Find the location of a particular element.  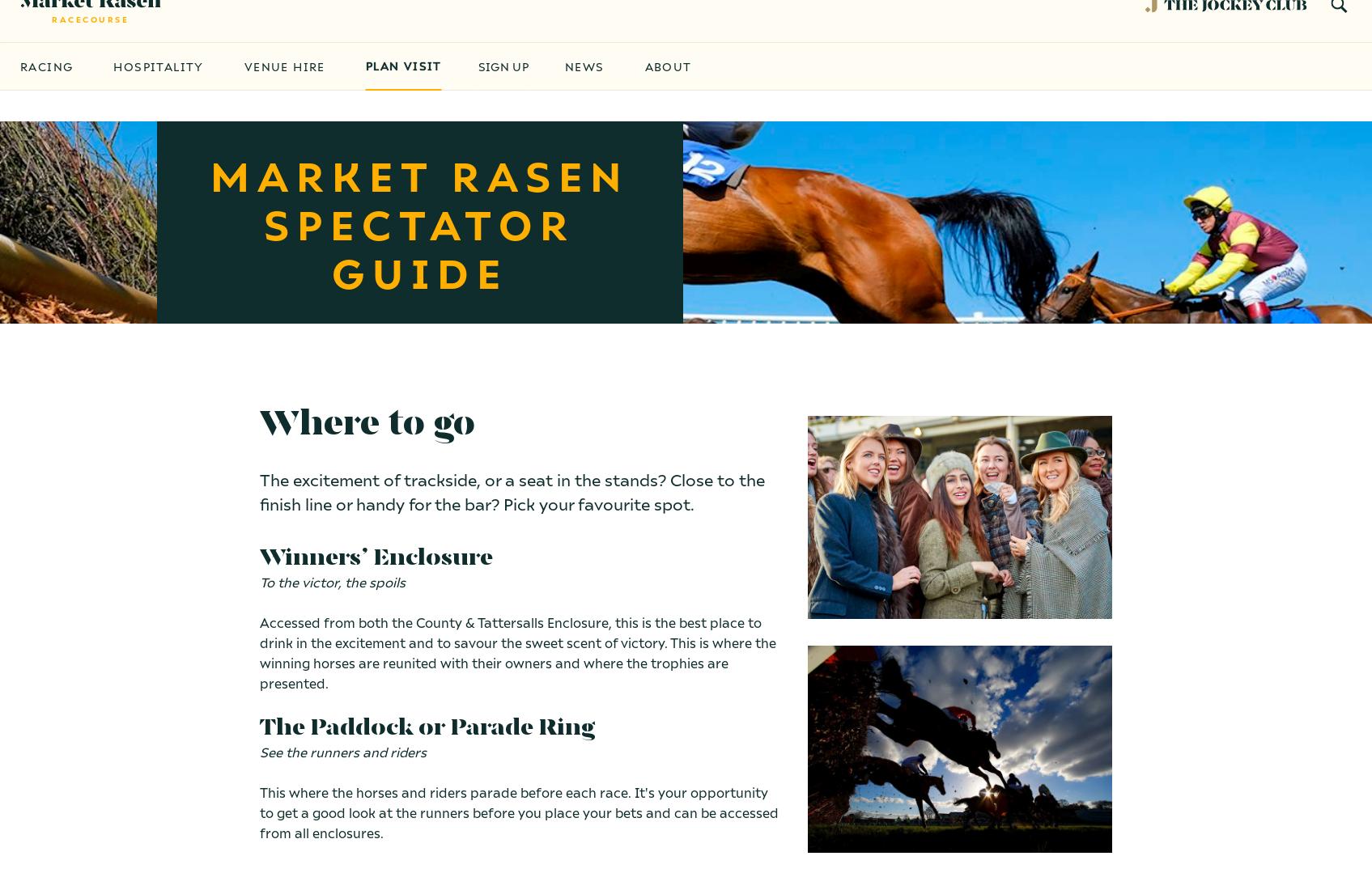

'About' is located at coordinates (644, 96).